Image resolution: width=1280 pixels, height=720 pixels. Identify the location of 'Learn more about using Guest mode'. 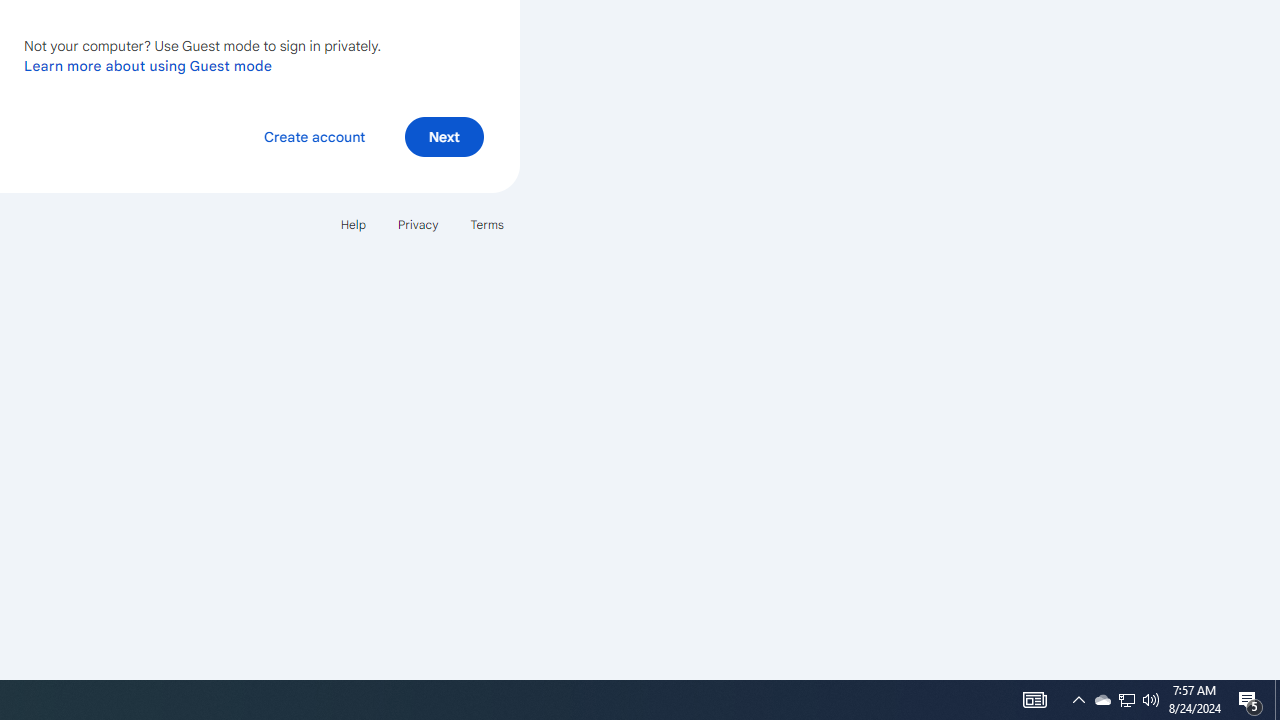
(147, 64).